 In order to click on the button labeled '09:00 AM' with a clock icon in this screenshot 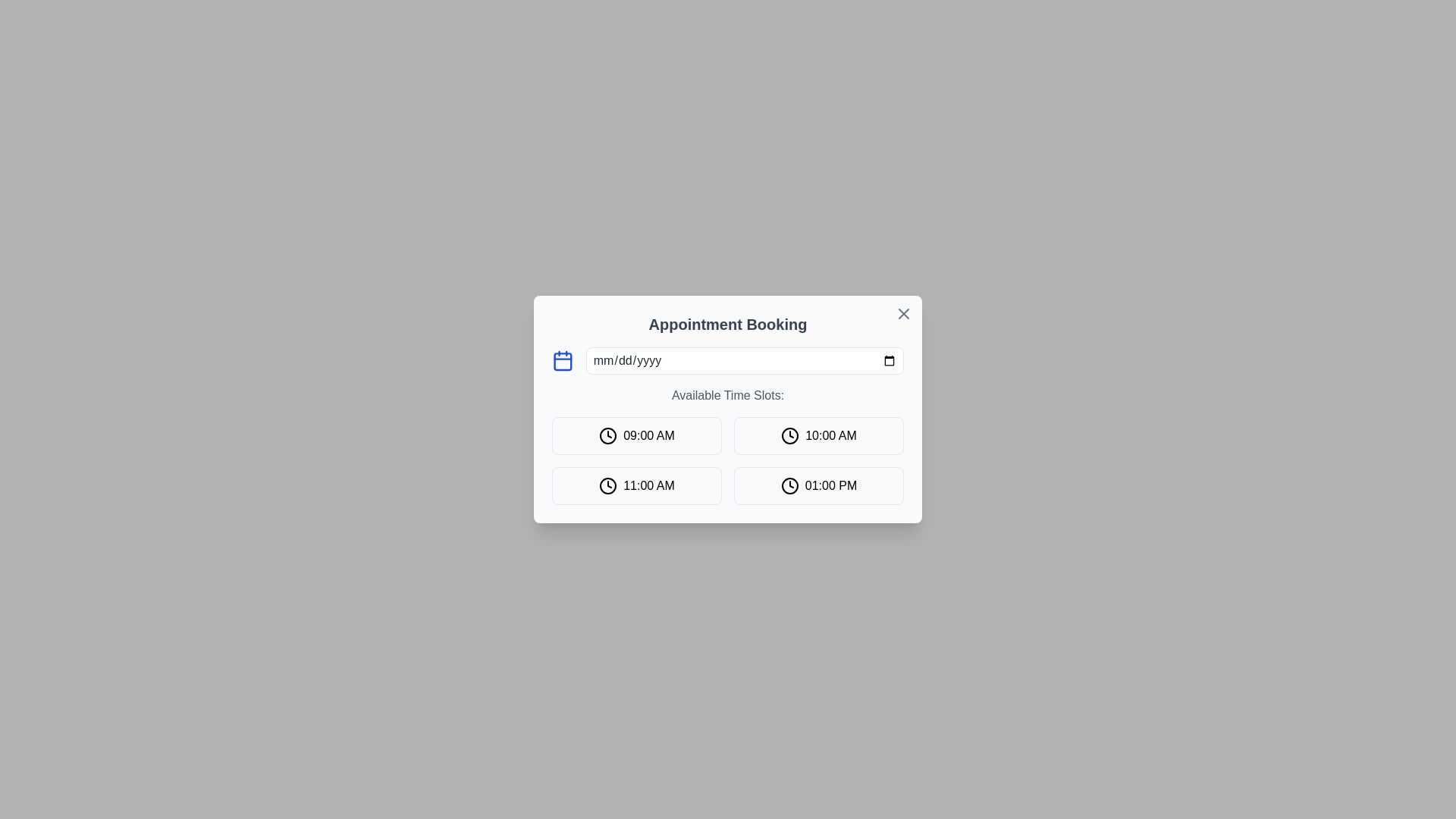, I will do `click(637, 435)`.